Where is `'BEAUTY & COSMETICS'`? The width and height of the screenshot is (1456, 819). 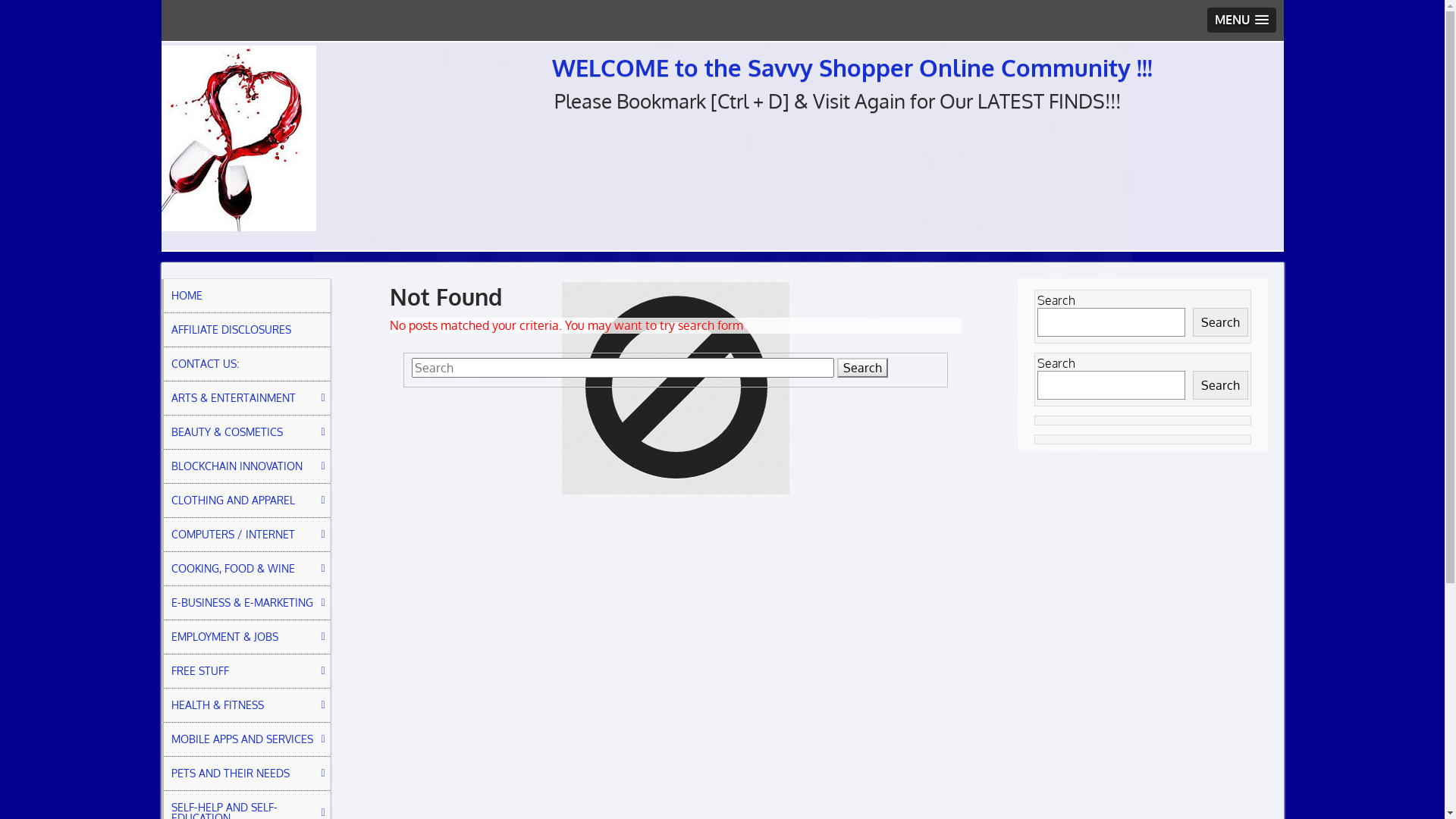
'BEAUTY & COSMETICS' is located at coordinates (246, 432).